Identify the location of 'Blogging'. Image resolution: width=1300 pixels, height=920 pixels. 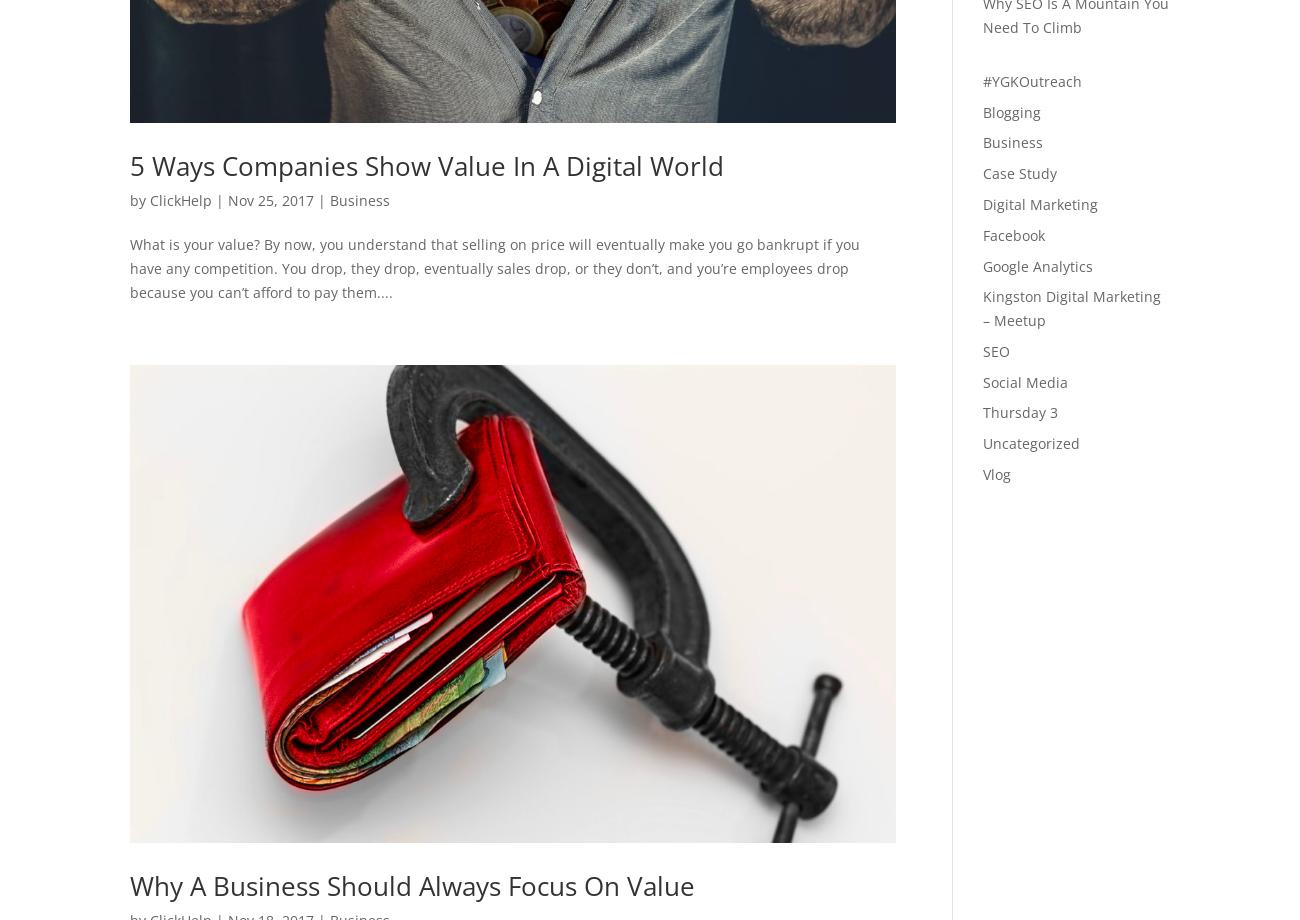
(1010, 111).